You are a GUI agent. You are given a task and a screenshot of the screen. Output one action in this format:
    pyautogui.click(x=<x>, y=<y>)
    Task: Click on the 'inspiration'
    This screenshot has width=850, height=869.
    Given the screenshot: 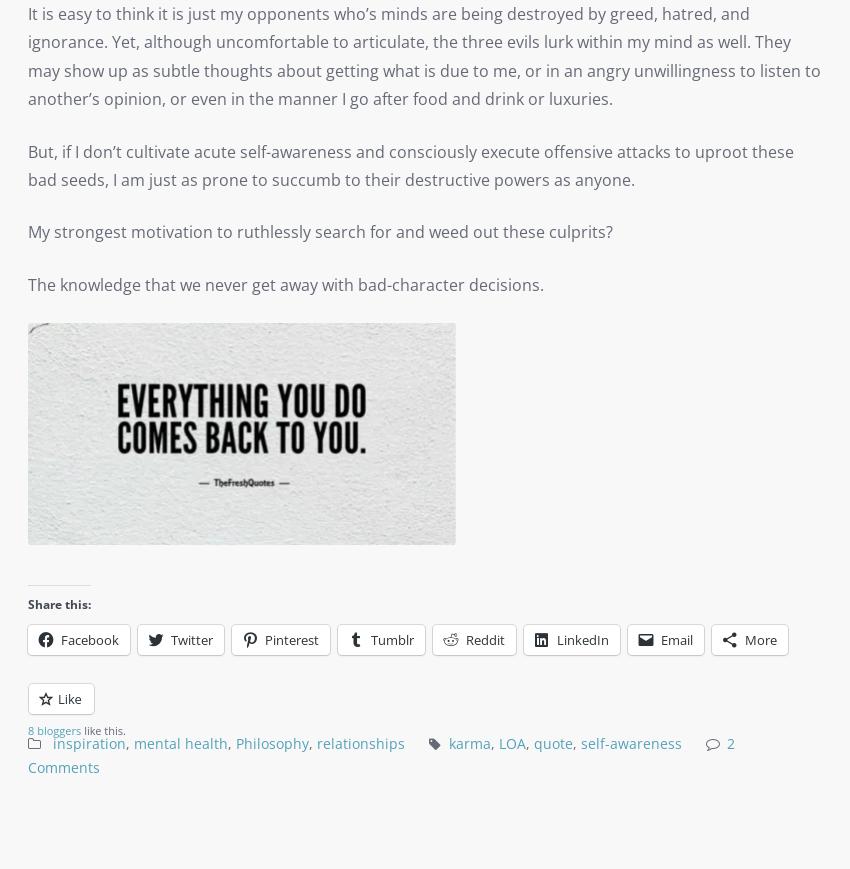 What is the action you would take?
    pyautogui.click(x=87, y=742)
    